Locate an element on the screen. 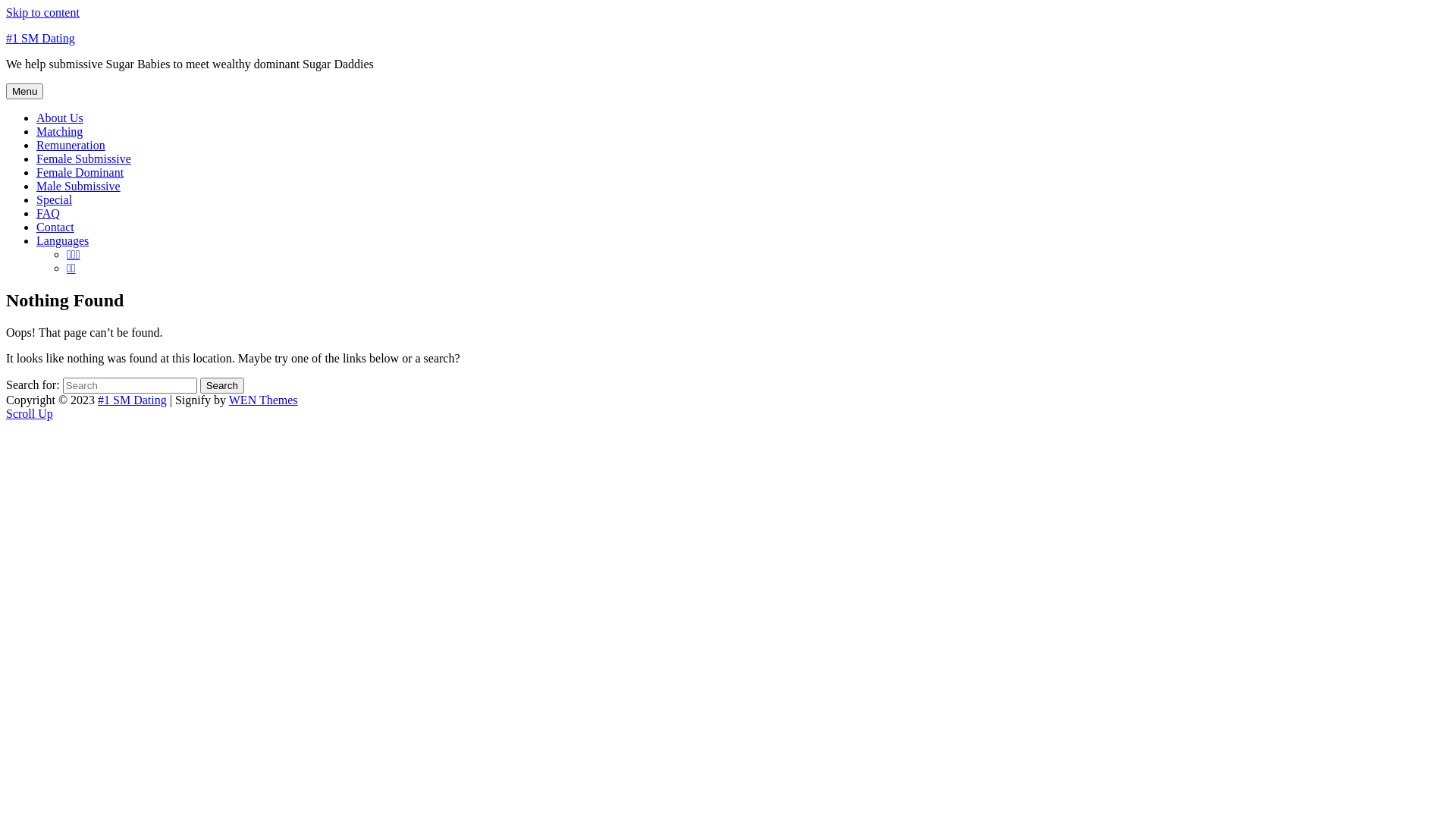  'Languages' is located at coordinates (61, 240).